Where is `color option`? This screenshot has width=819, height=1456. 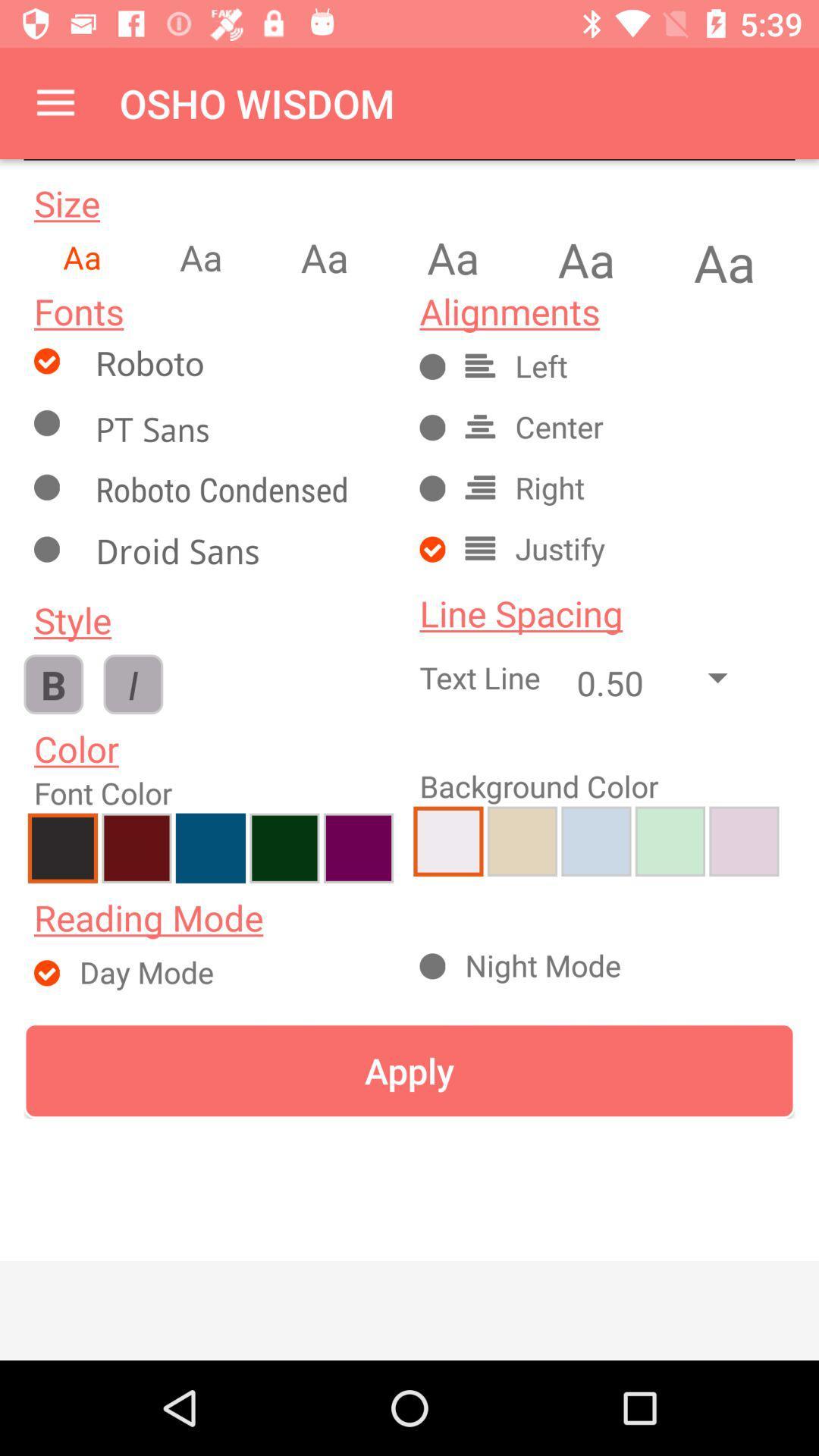 color option is located at coordinates (358, 847).